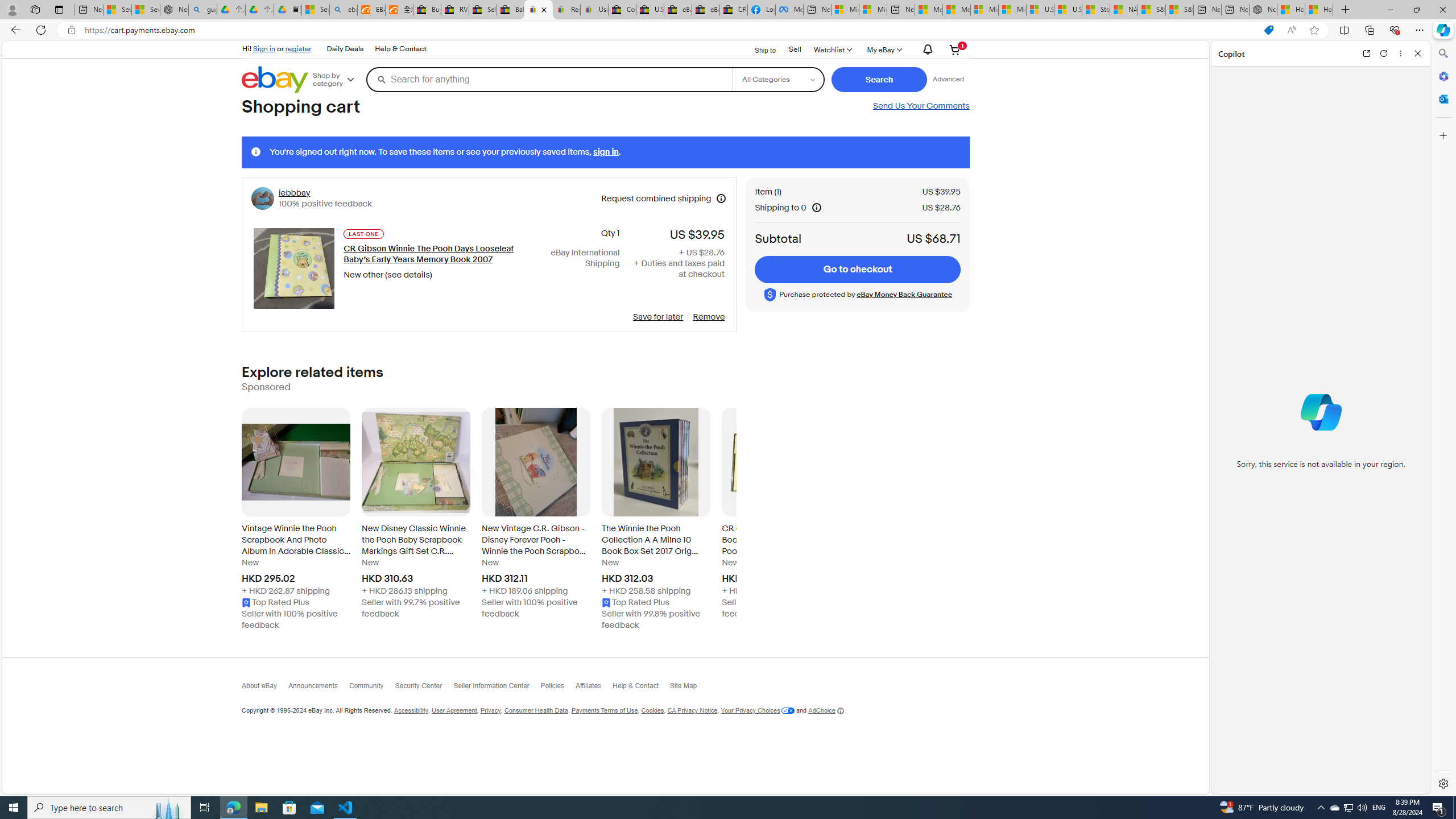 The height and width of the screenshot is (819, 1456). Describe the element at coordinates (832, 49) in the screenshot. I see `'WatchlistExpand Watch List'` at that location.